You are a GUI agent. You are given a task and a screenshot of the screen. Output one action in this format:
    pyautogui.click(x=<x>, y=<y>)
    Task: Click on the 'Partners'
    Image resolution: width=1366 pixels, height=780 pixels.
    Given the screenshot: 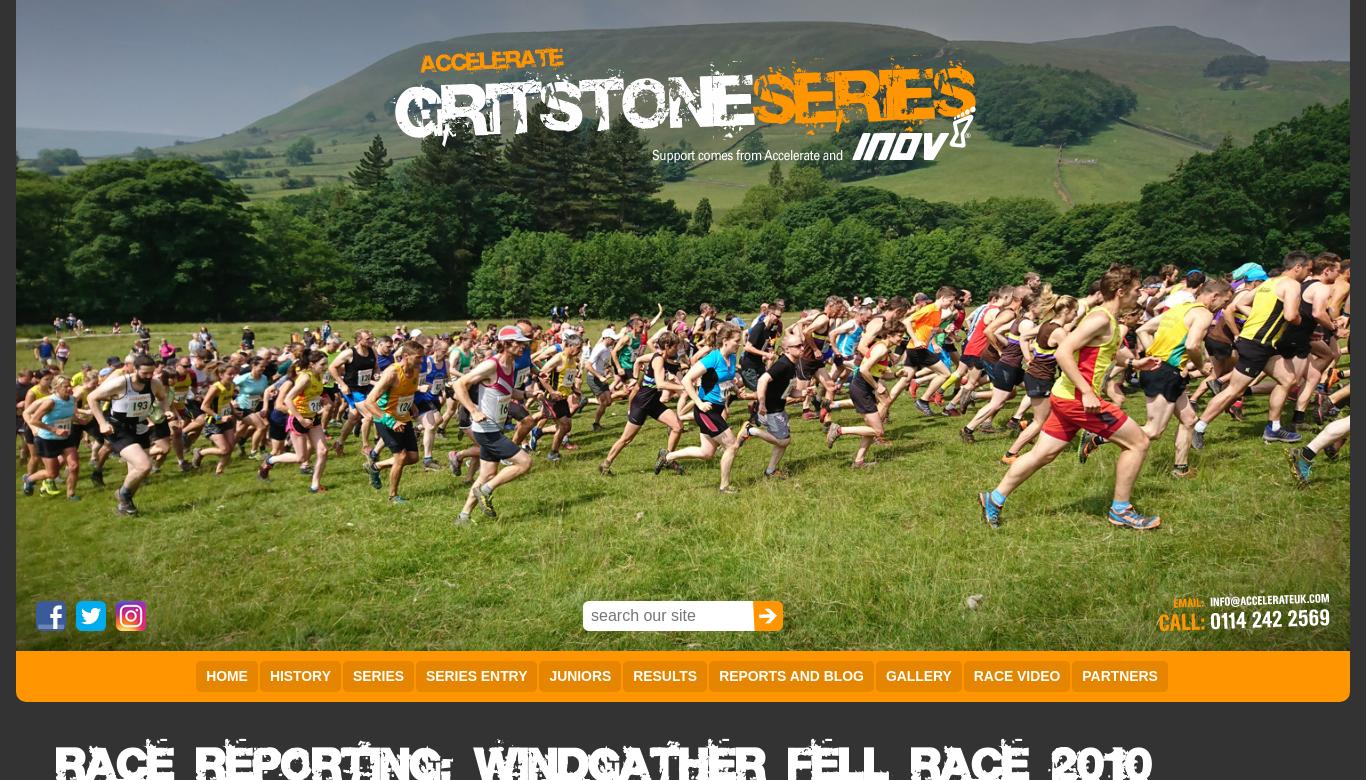 What is the action you would take?
    pyautogui.click(x=1081, y=675)
    